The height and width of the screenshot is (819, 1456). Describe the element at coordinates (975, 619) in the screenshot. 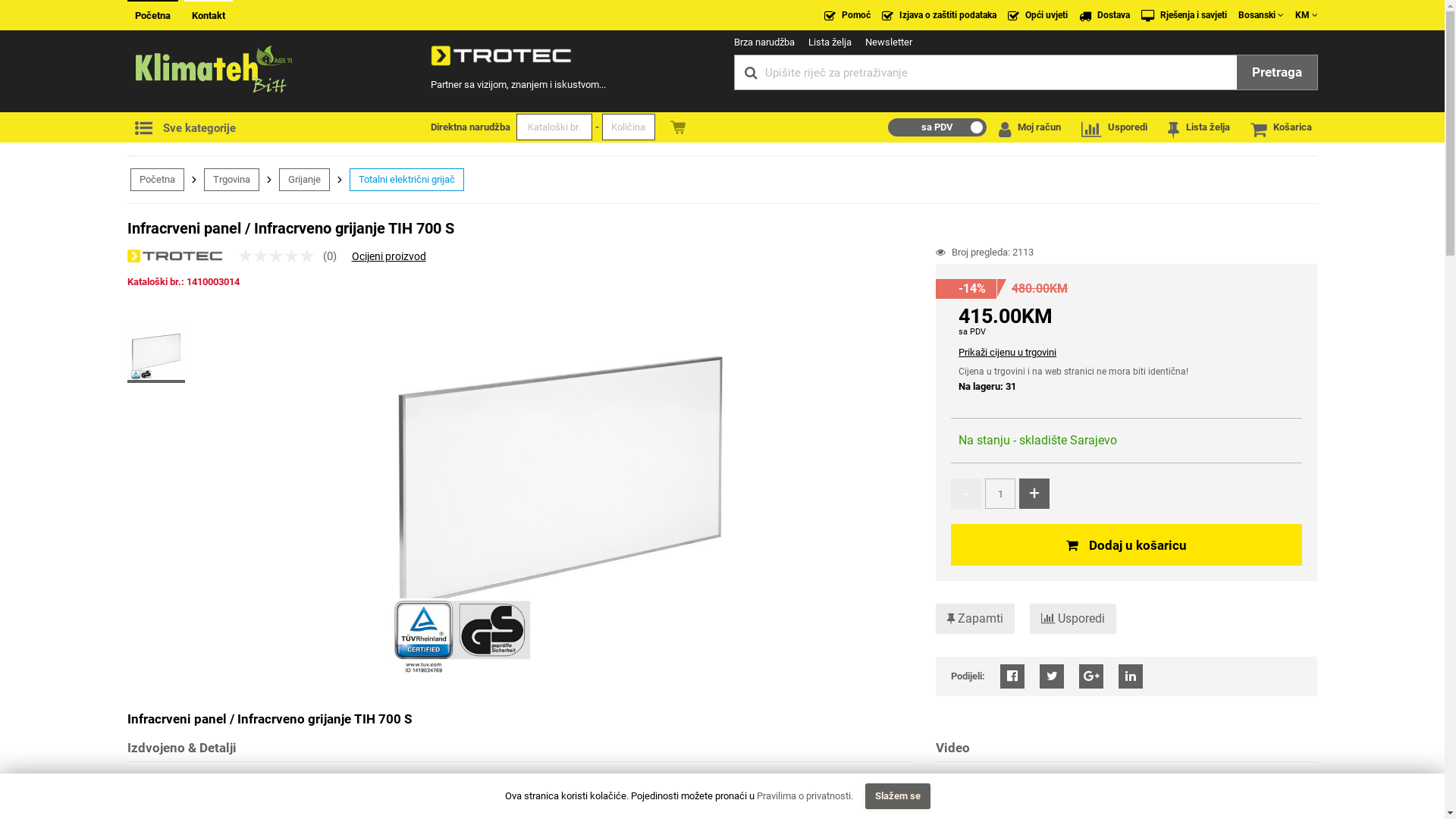

I see `'Zapamti'` at that location.